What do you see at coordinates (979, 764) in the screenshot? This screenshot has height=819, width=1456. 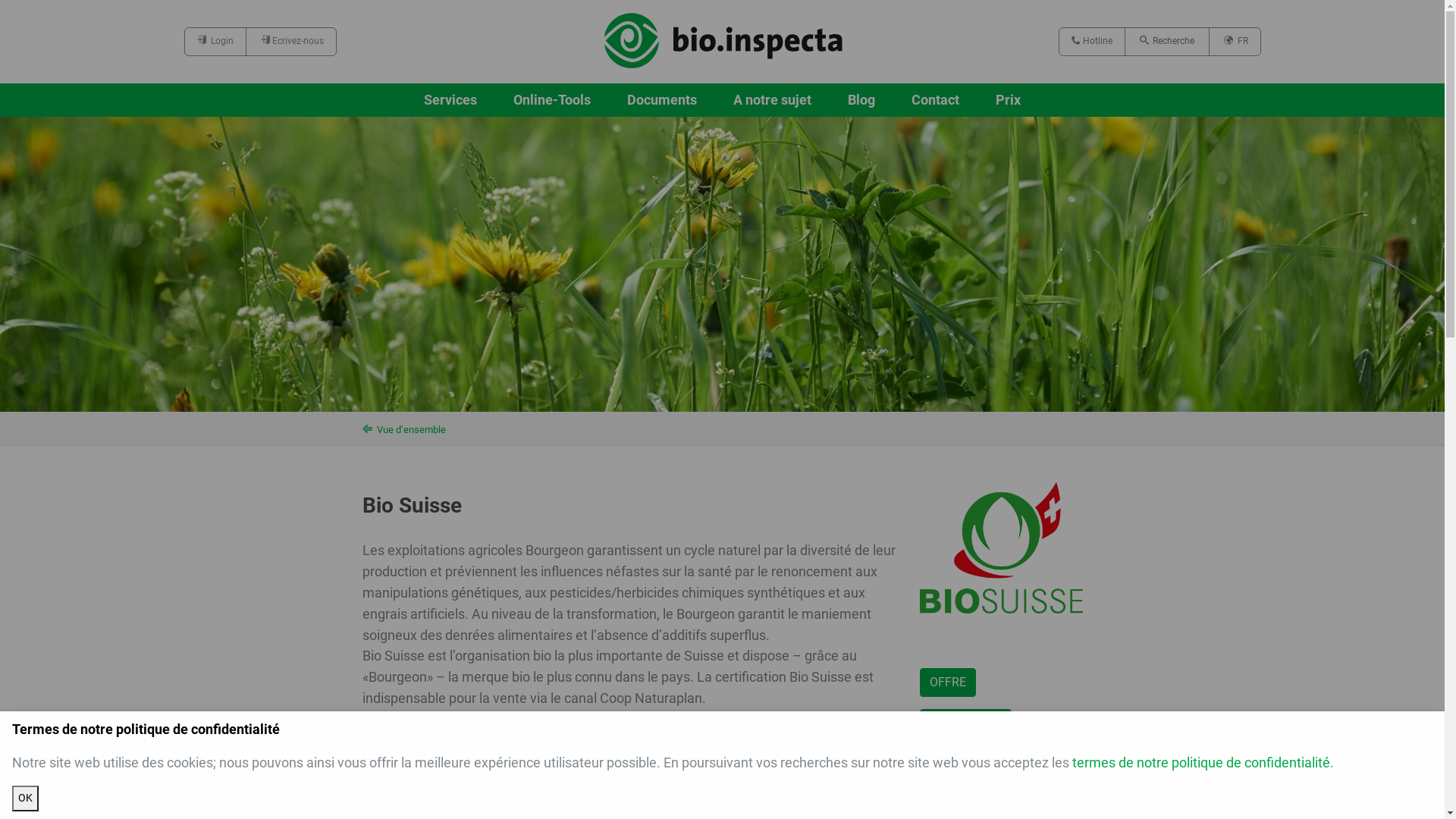 I see `'FICHE TECHNIQUE'` at bounding box center [979, 764].